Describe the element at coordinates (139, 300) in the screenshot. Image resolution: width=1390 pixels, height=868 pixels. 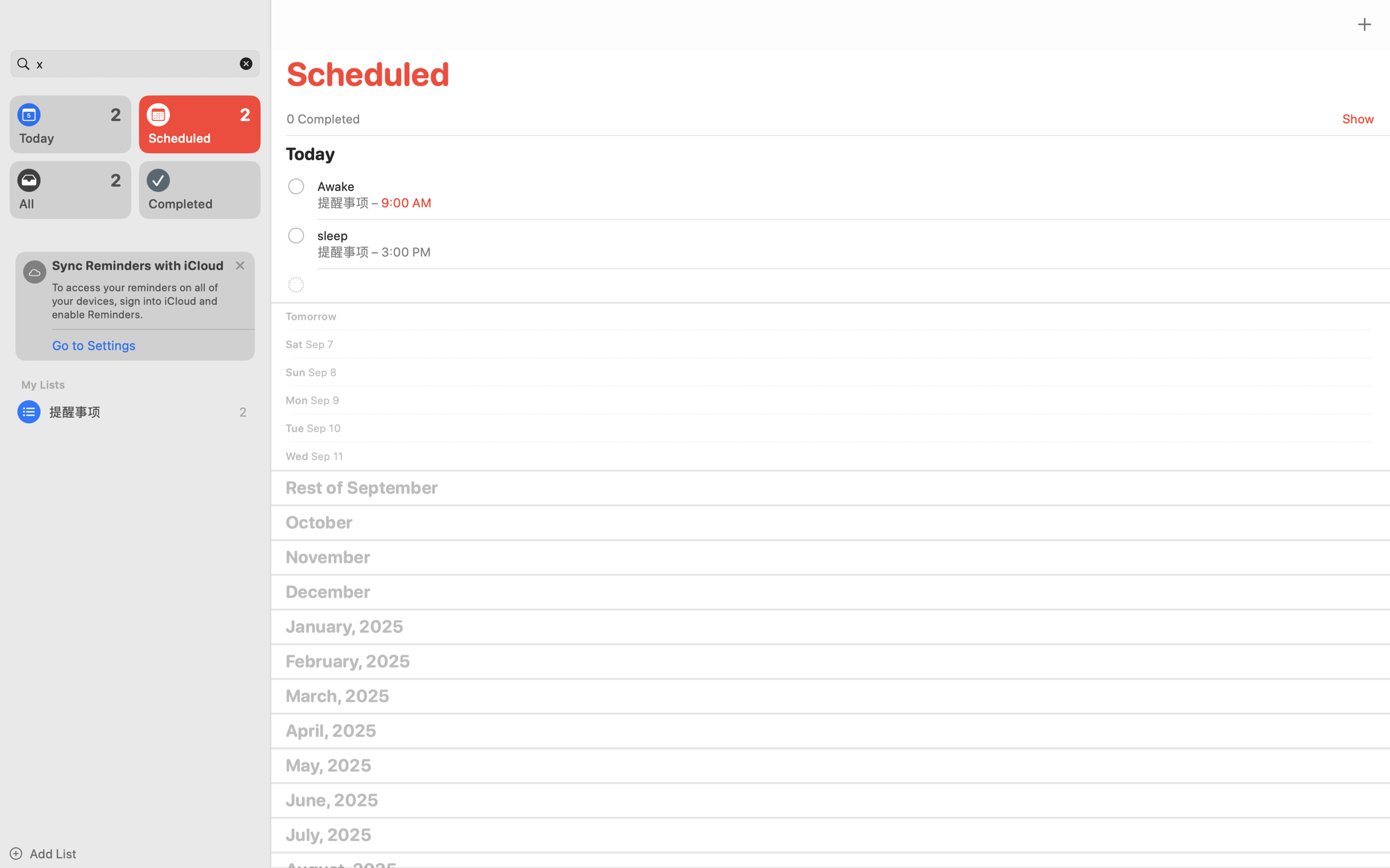
I see `'To access your reminders on all of your devices, sign into iCloud and enable Reminders.'` at that location.